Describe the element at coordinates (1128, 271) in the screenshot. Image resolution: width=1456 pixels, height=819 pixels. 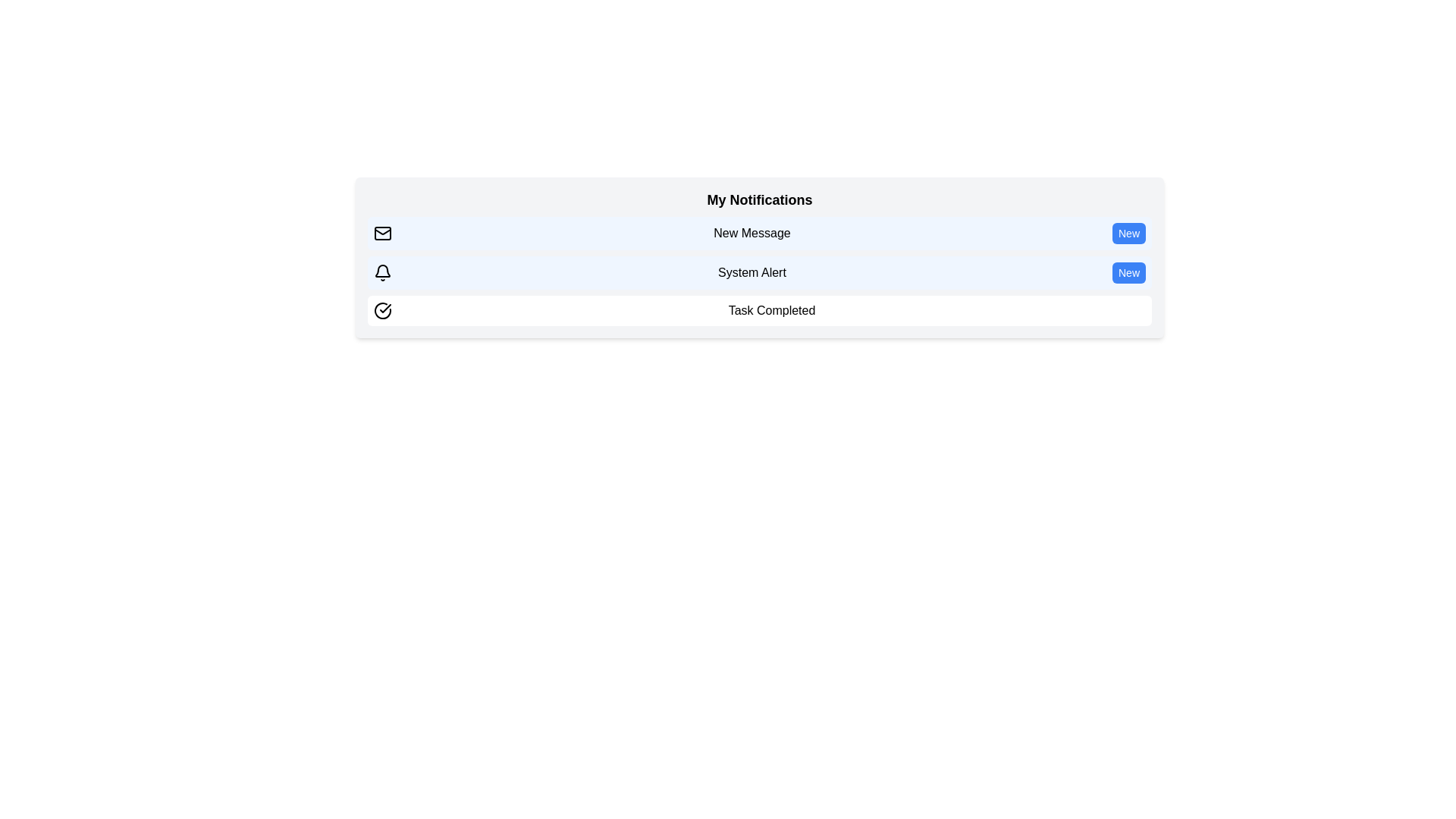
I see `the 'New' button, which is a small rectangular button with white text on a blue background, located to the right of the 'System Alert' item in the notifications list` at that location.